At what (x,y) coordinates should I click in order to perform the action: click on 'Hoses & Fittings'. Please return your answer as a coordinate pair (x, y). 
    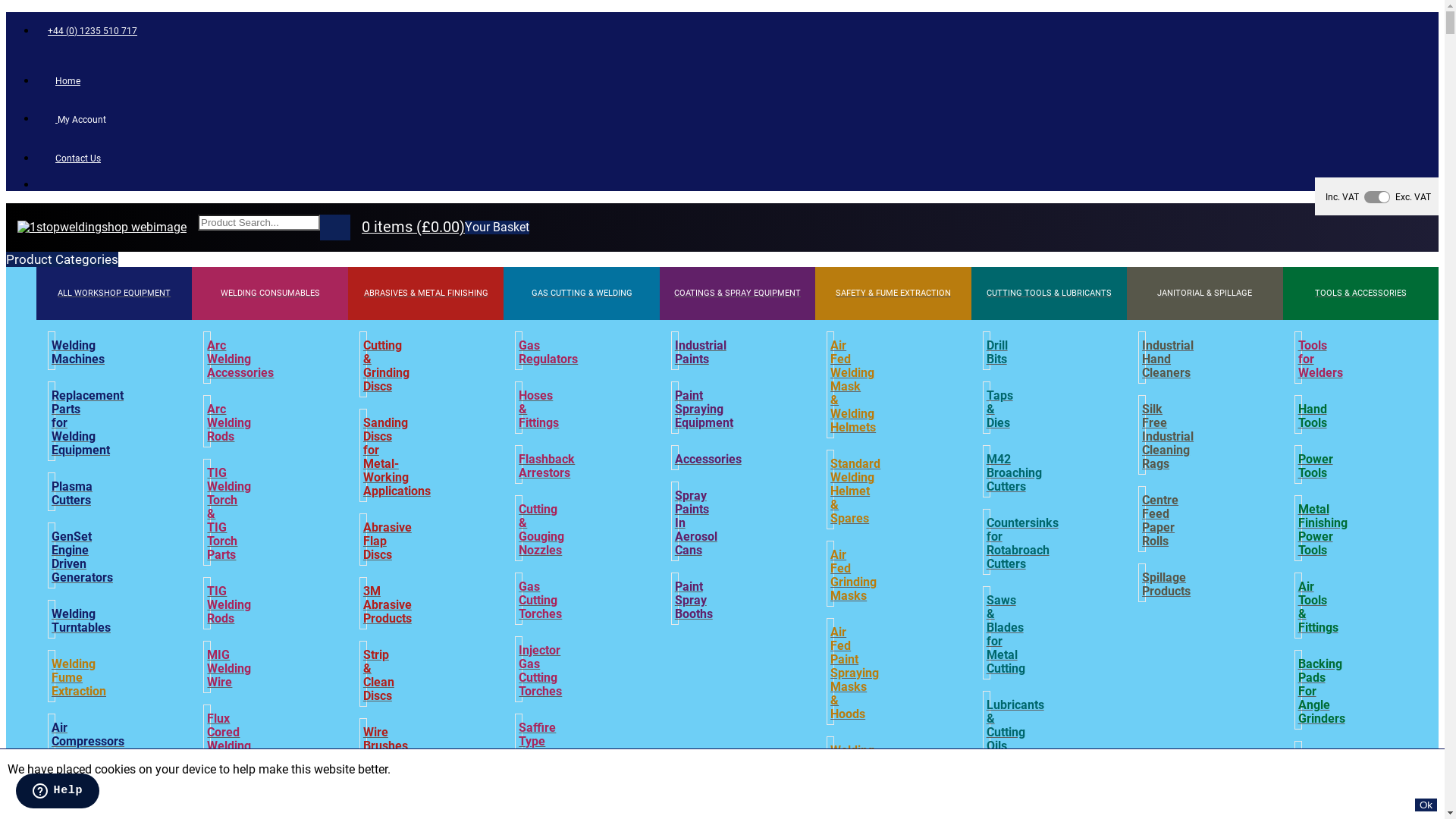
    Looking at the image, I should click on (519, 409).